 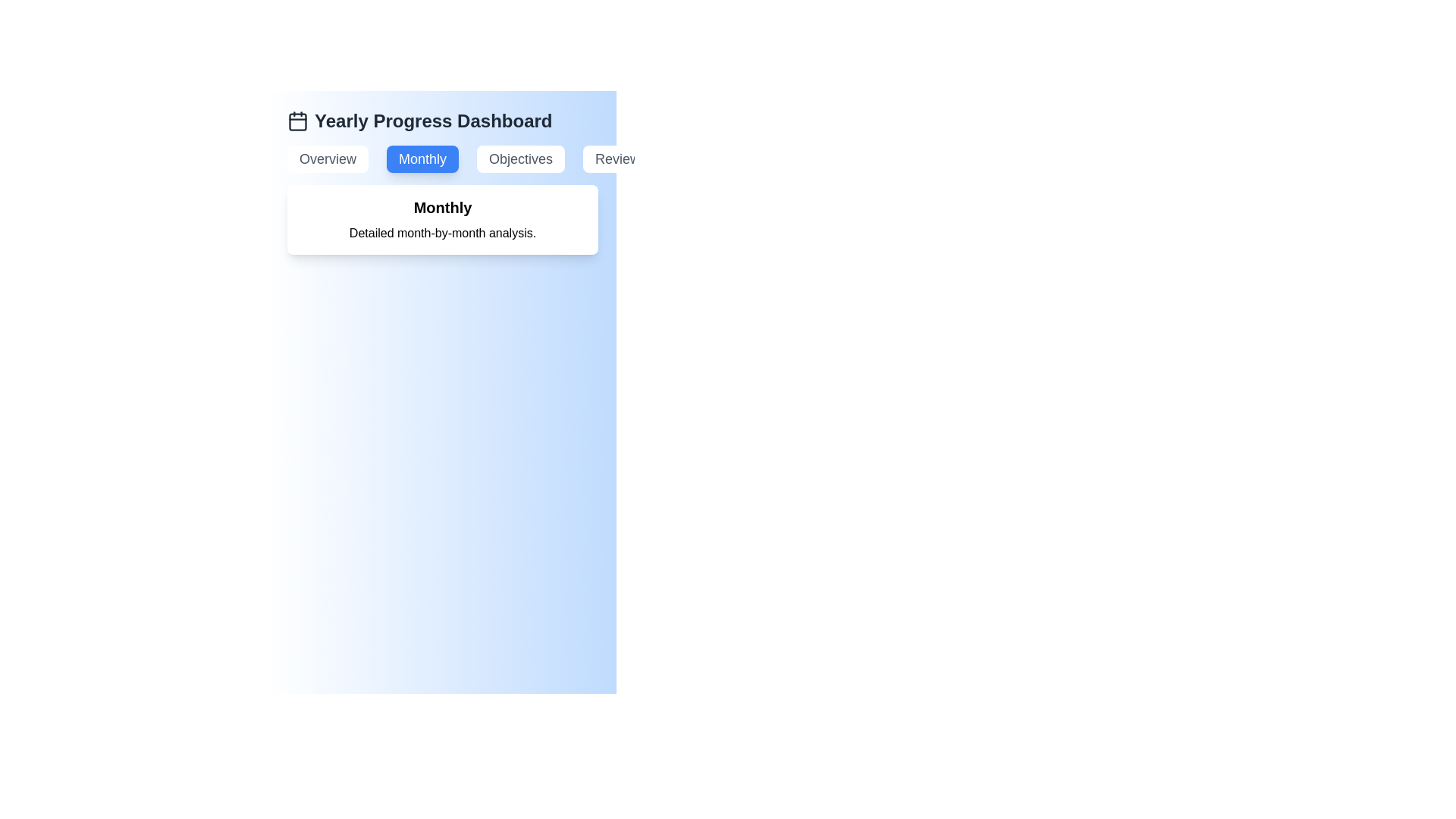 What do you see at coordinates (422, 158) in the screenshot?
I see `the tab labeled 'Monthly' to activate it` at bounding box center [422, 158].